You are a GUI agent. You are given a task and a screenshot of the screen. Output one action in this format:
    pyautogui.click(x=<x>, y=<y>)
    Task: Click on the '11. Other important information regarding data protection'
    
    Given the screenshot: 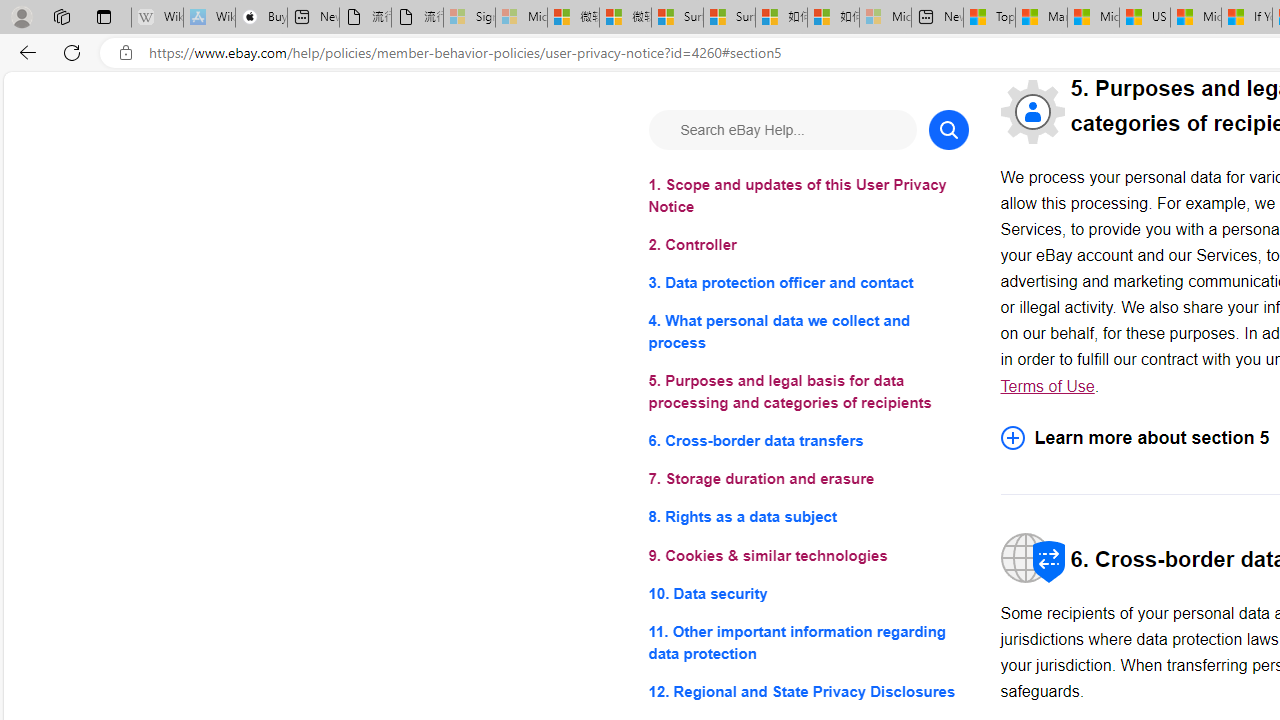 What is the action you would take?
    pyautogui.click(x=808, y=642)
    